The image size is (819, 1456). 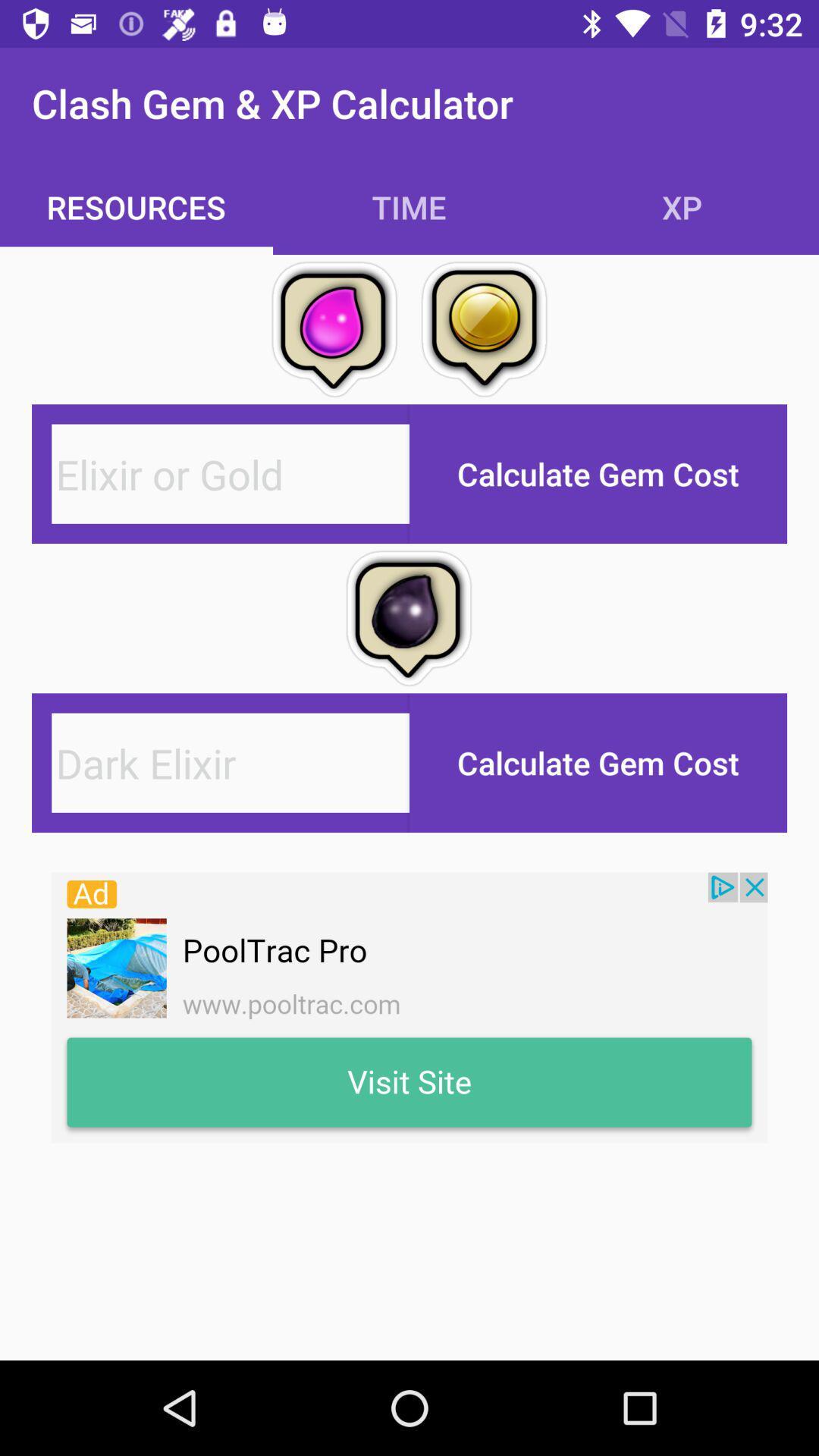 I want to click on adventisment page, so click(x=409, y=1008).